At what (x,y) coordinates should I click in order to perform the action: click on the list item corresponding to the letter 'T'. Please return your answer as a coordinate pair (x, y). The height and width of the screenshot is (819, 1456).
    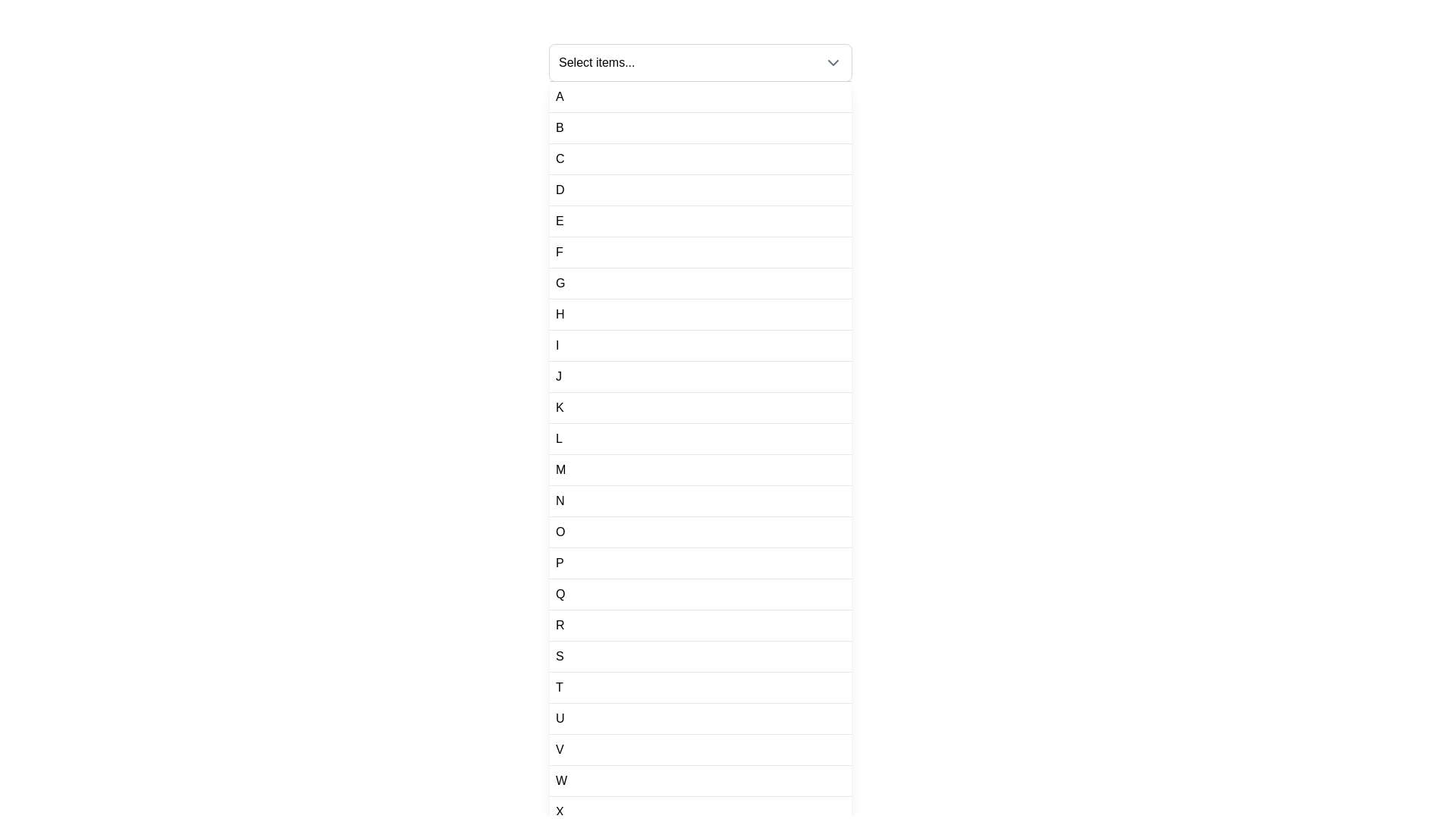
    Looking at the image, I should click on (558, 687).